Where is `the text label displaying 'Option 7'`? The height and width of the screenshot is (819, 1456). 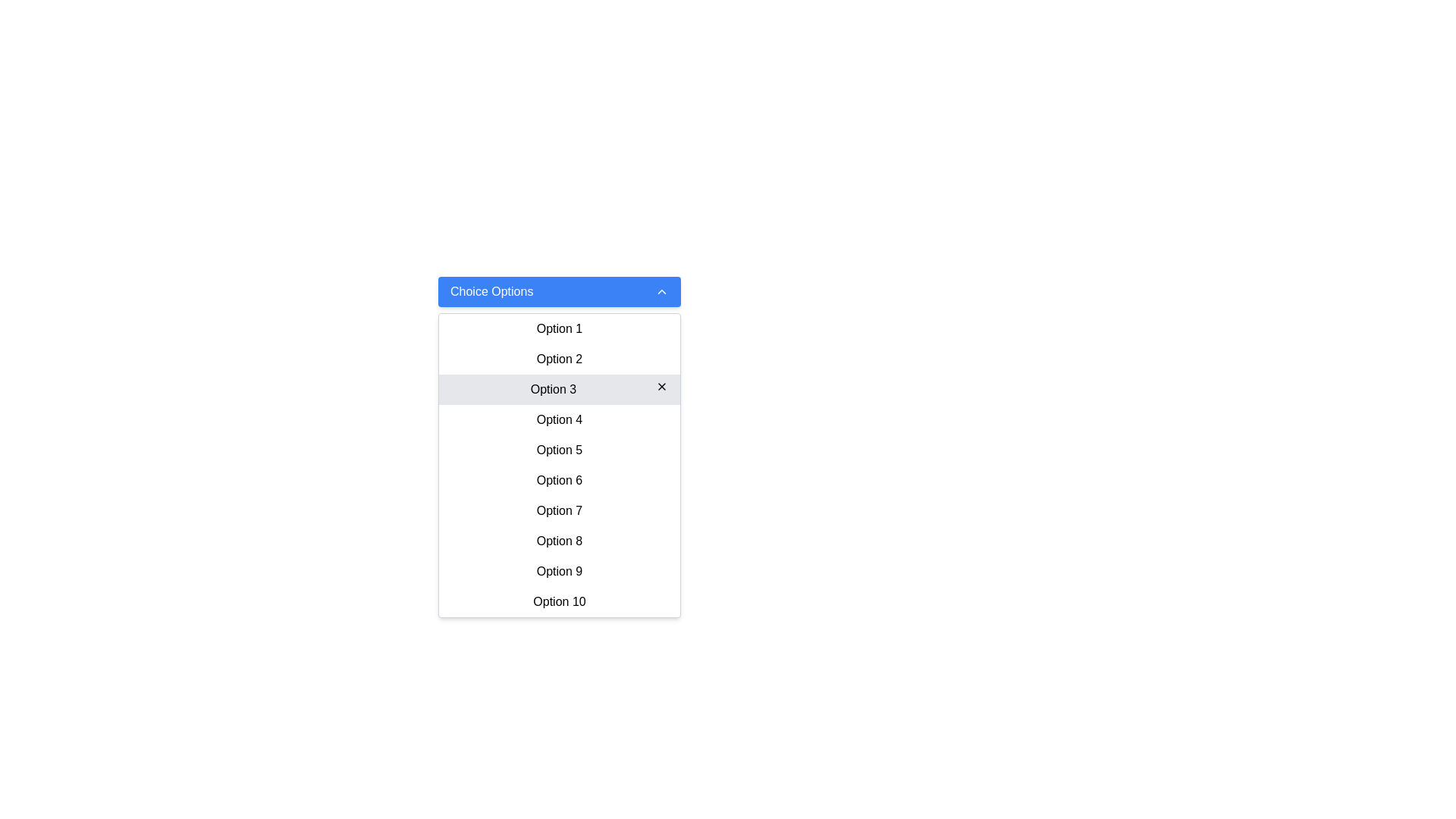
the text label displaying 'Option 7' is located at coordinates (559, 510).